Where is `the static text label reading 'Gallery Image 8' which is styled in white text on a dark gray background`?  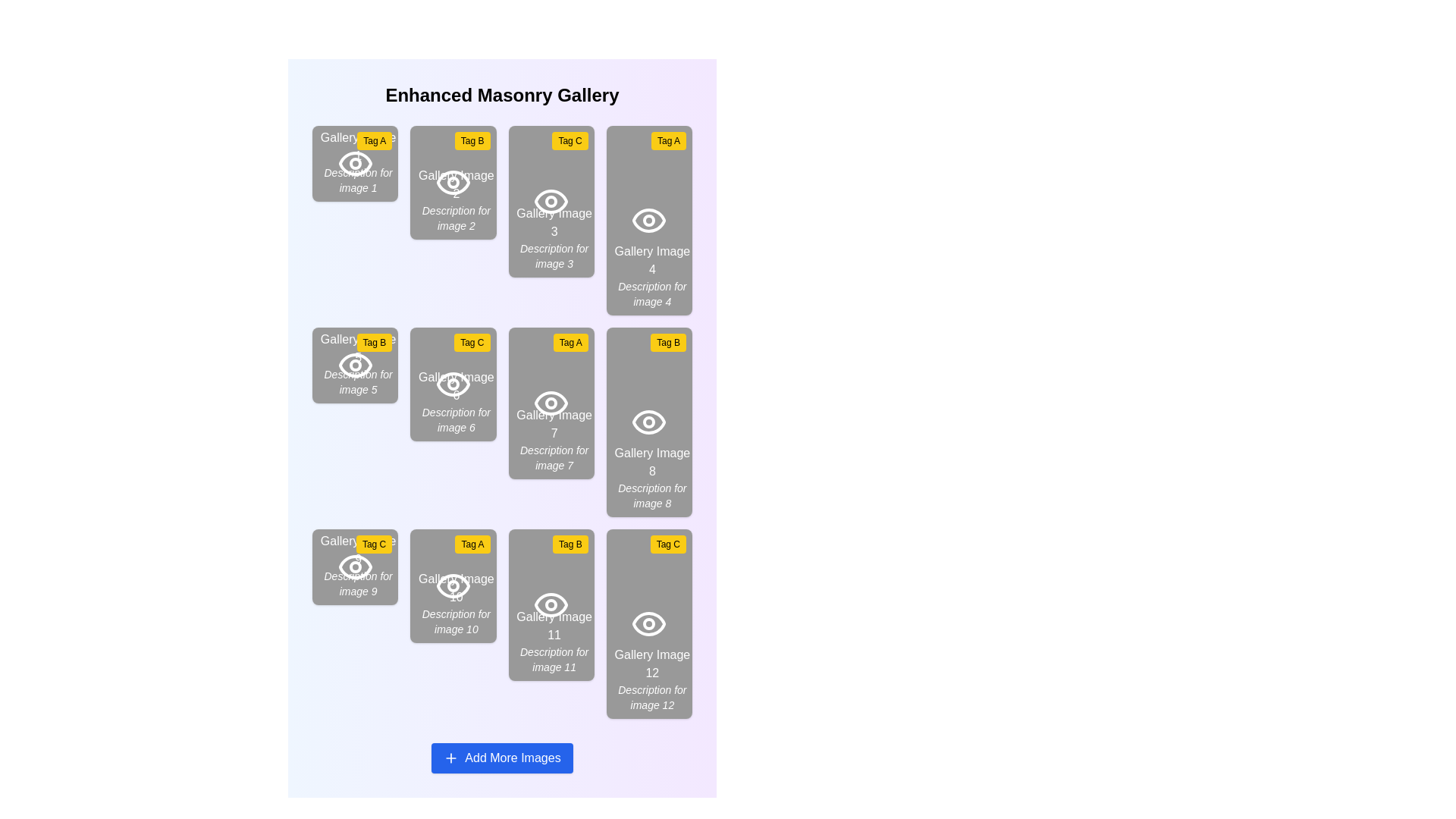 the static text label reading 'Gallery Image 8' which is styled in white text on a dark gray background is located at coordinates (652, 461).